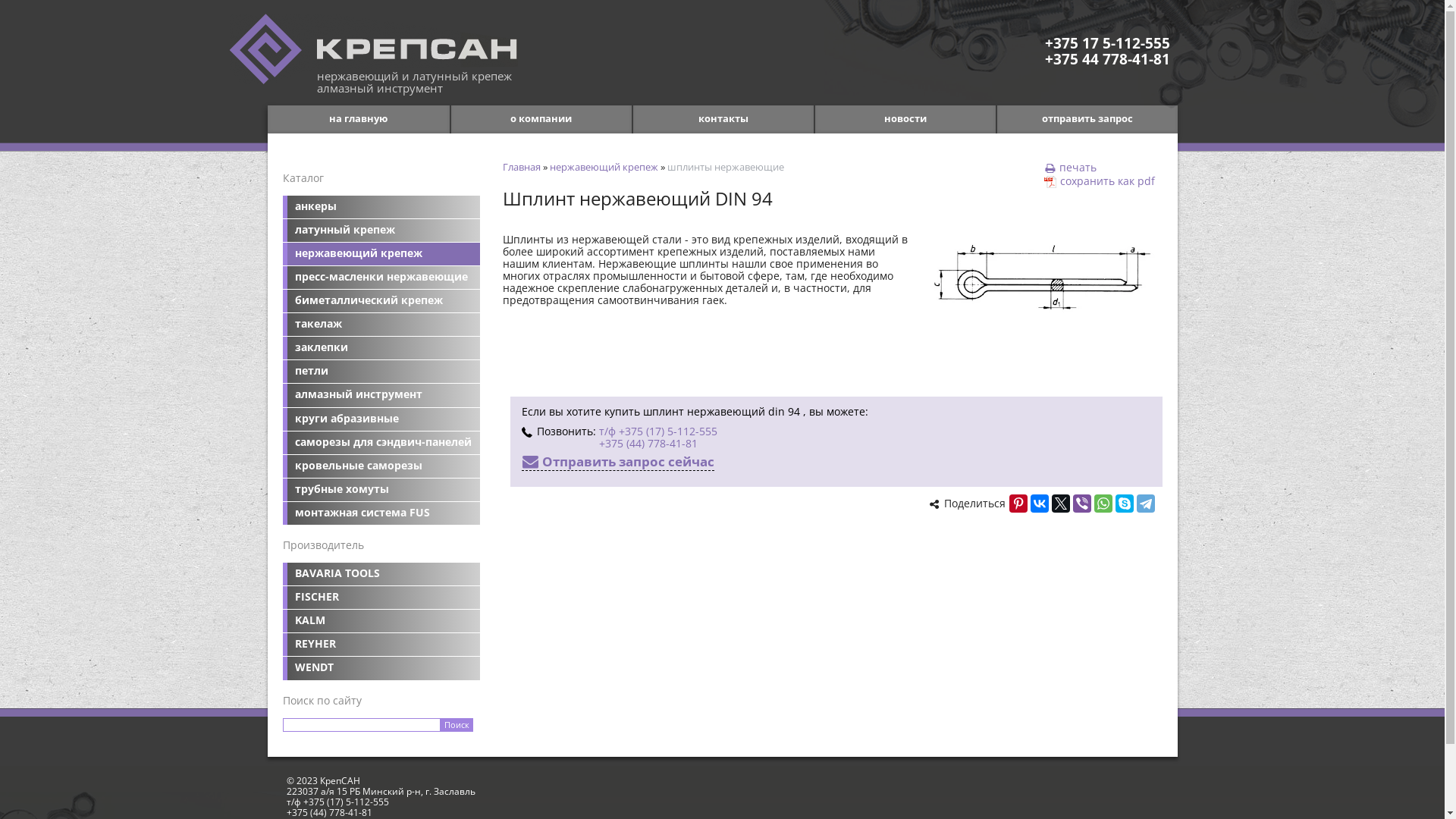 Image resolution: width=1456 pixels, height=819 pixels. What do you see at coordinates (381, 667) in the screenshot?
I see `'WENDT'` at bounding box center [381, 667].